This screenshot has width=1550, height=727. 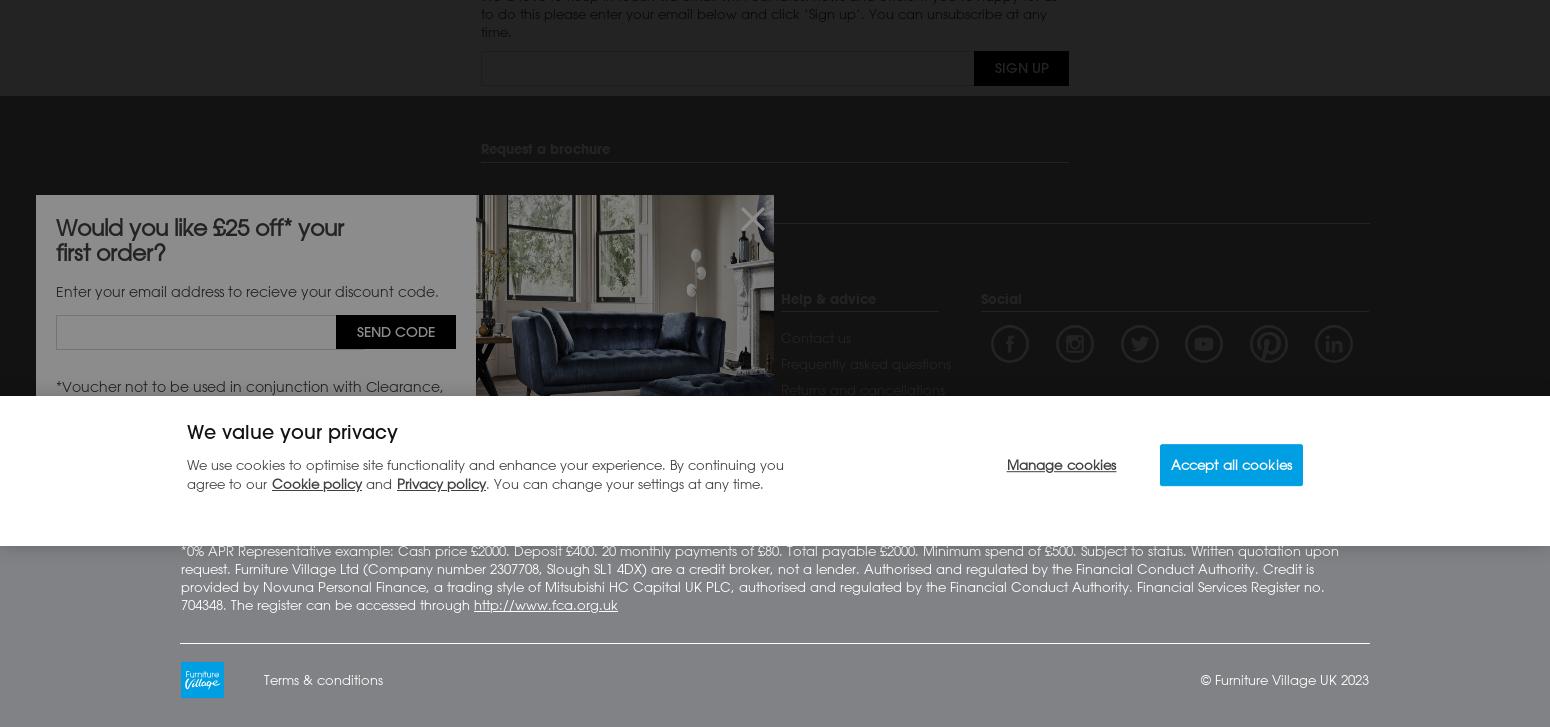 What do you see at coordinates (815, 336) in the screenshot?
I see `'Contact us'` at bounding box center [815, 336].